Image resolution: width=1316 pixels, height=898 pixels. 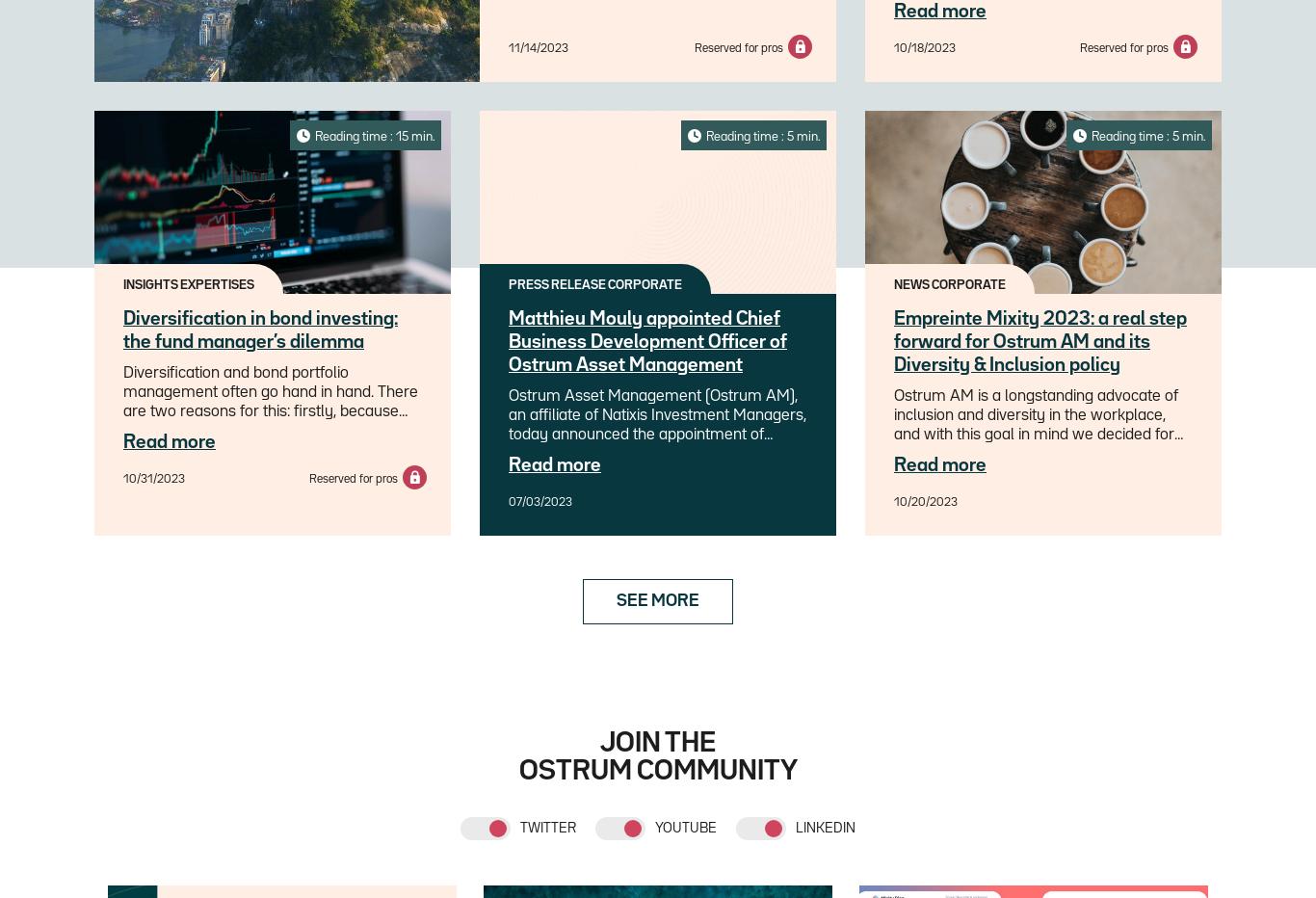 I want to click on 'INSIGHTS
													EXPERTISES', so click(x=188, y=285).